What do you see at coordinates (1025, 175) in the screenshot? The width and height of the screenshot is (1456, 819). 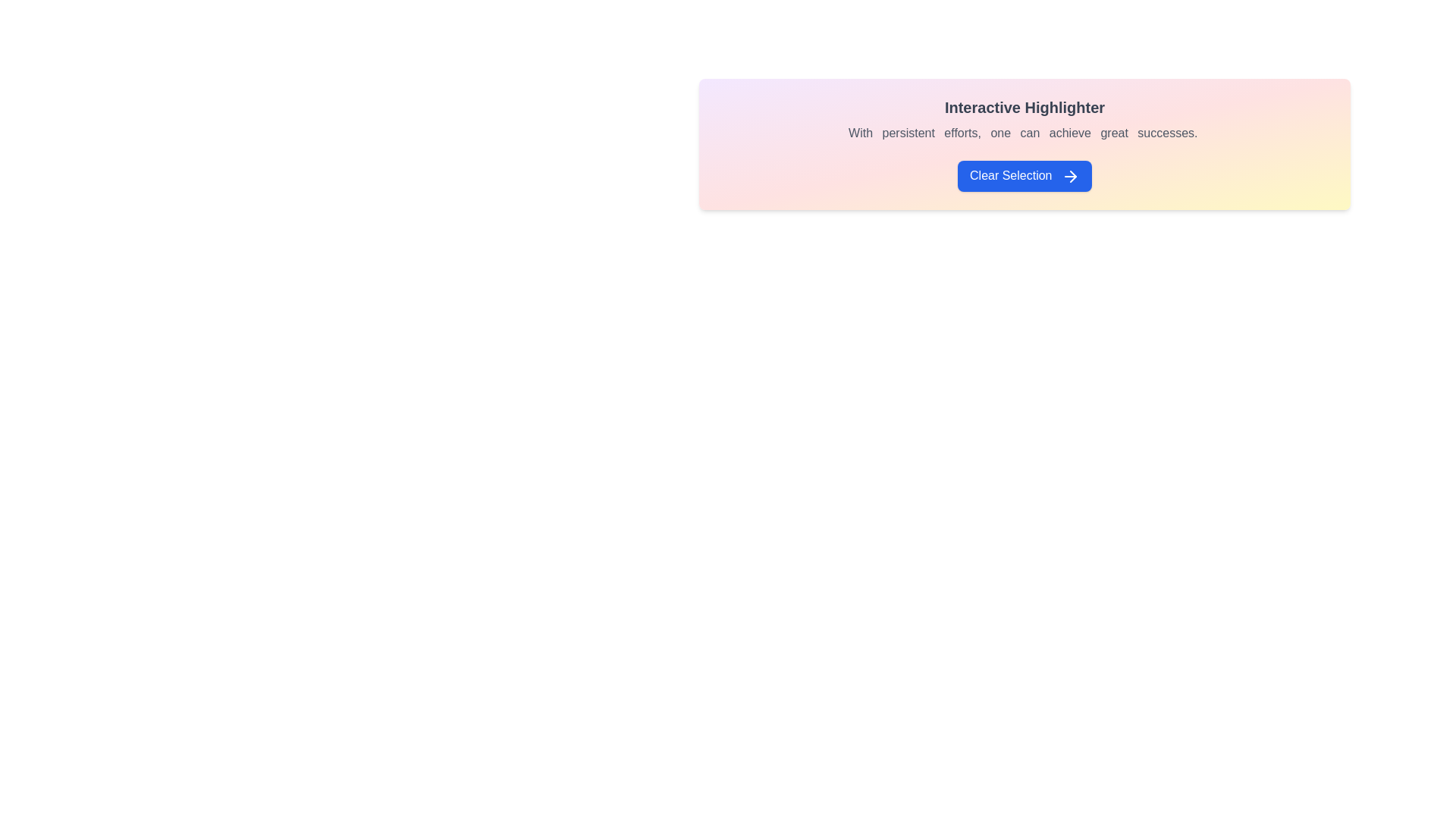 I see `the clear selection button to observe its hover effects, located within a horizontal layout next to a title and subtitle` at bounding box center [1025, 175].